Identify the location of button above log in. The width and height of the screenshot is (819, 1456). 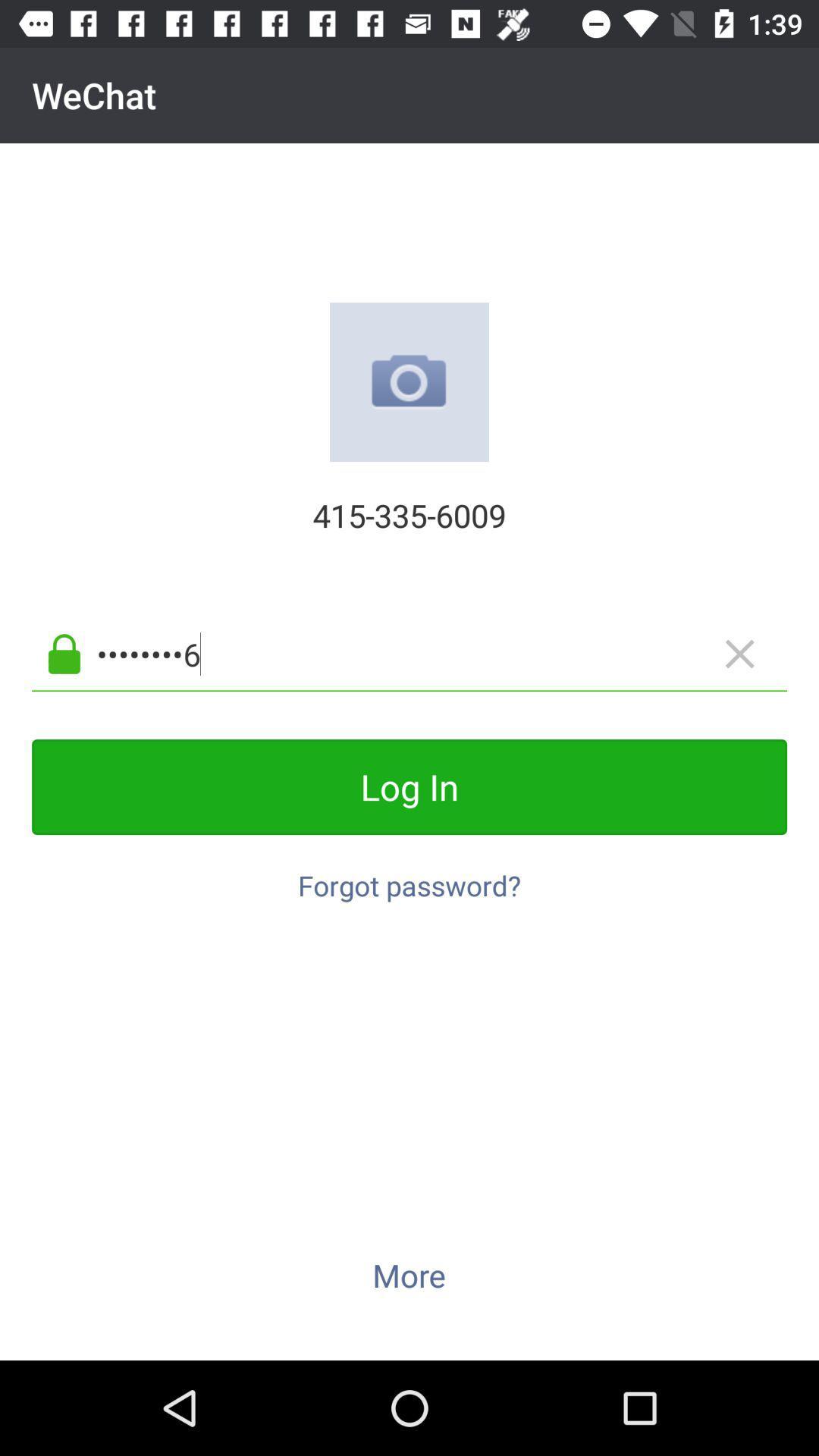
(434, 654).